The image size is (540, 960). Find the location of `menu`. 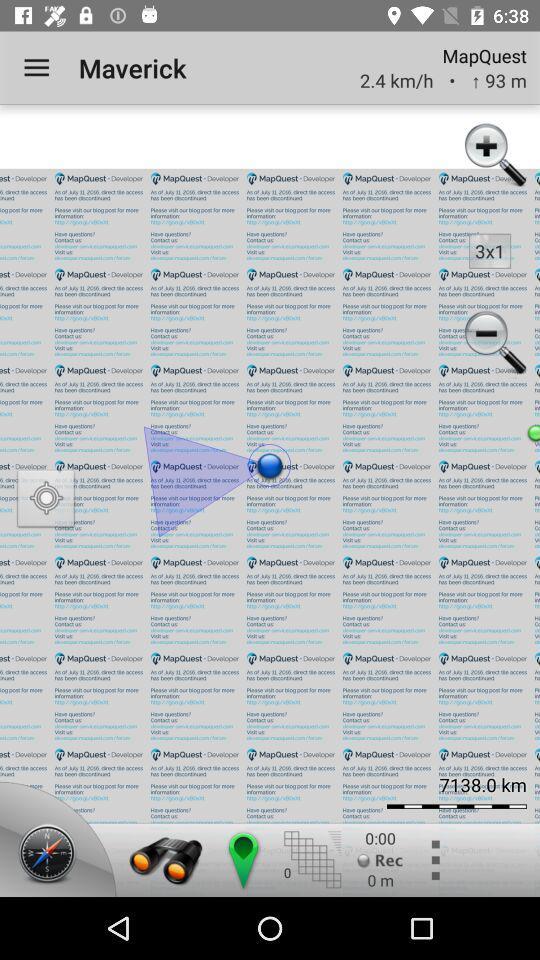

menu is located at coordinates (433, 859).